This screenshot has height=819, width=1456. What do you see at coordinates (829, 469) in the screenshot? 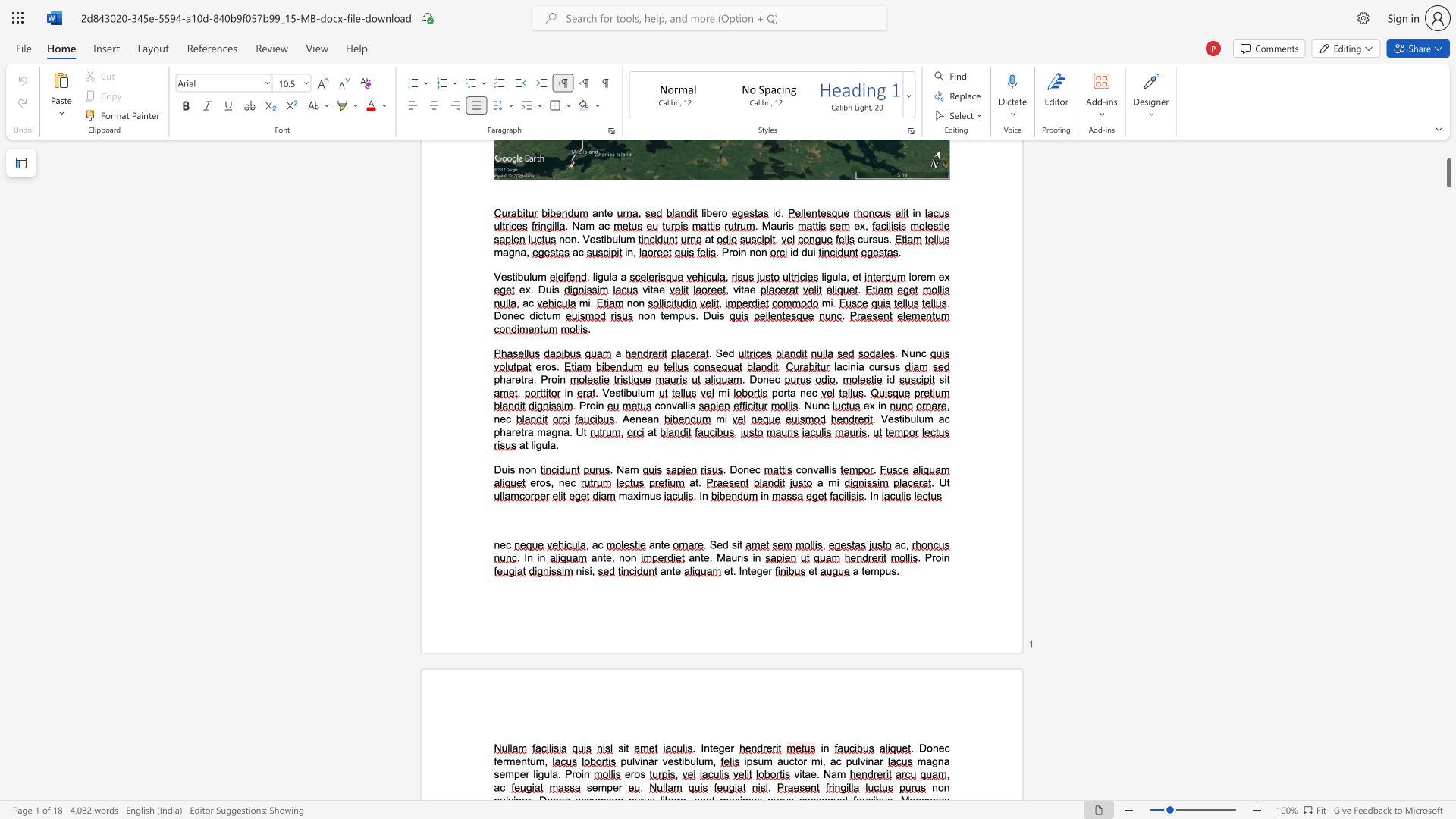
I see `the 1th character "i" in the text` at bounding box center [829, 469].